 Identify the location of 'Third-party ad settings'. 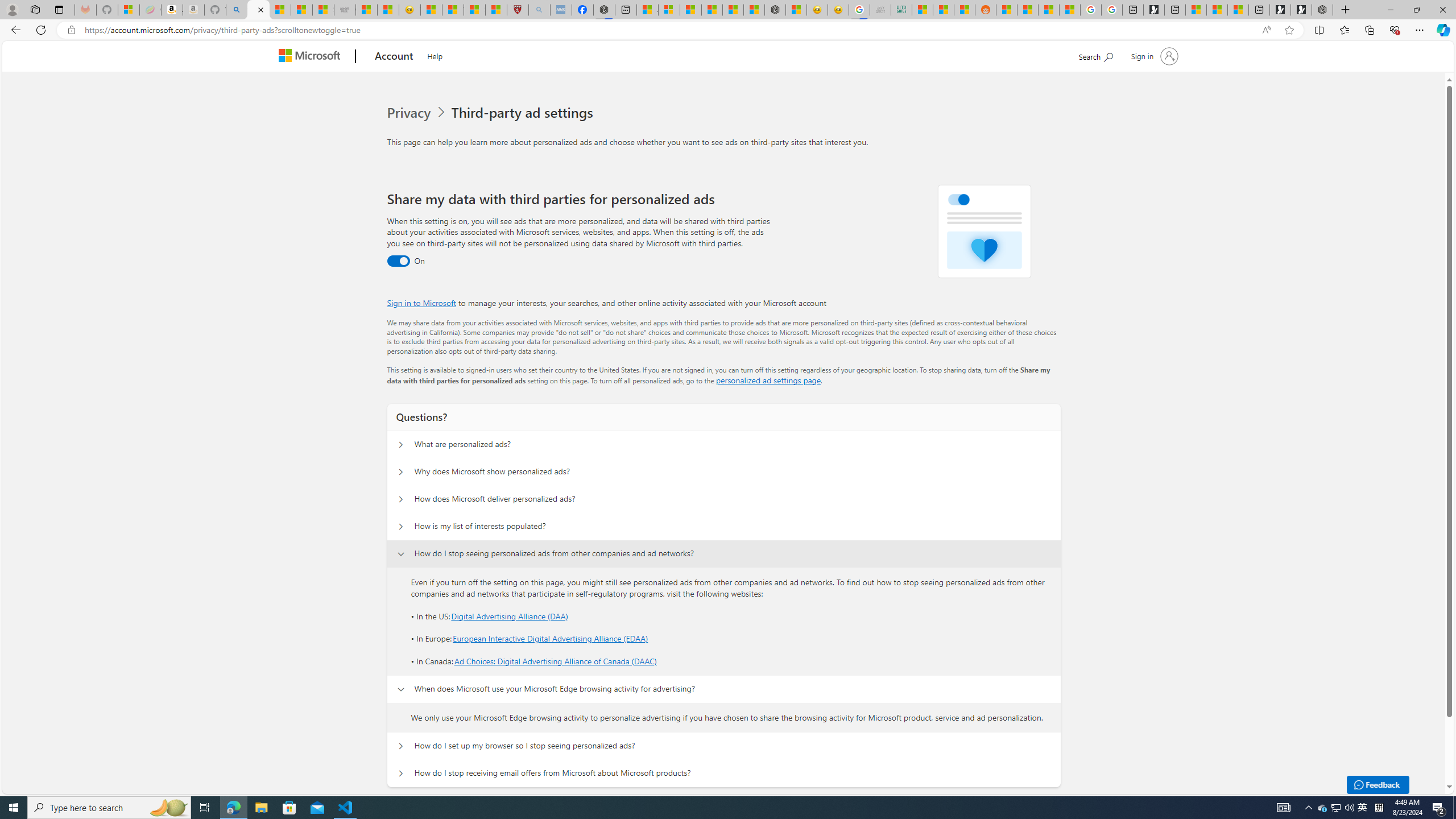
(524, 113).